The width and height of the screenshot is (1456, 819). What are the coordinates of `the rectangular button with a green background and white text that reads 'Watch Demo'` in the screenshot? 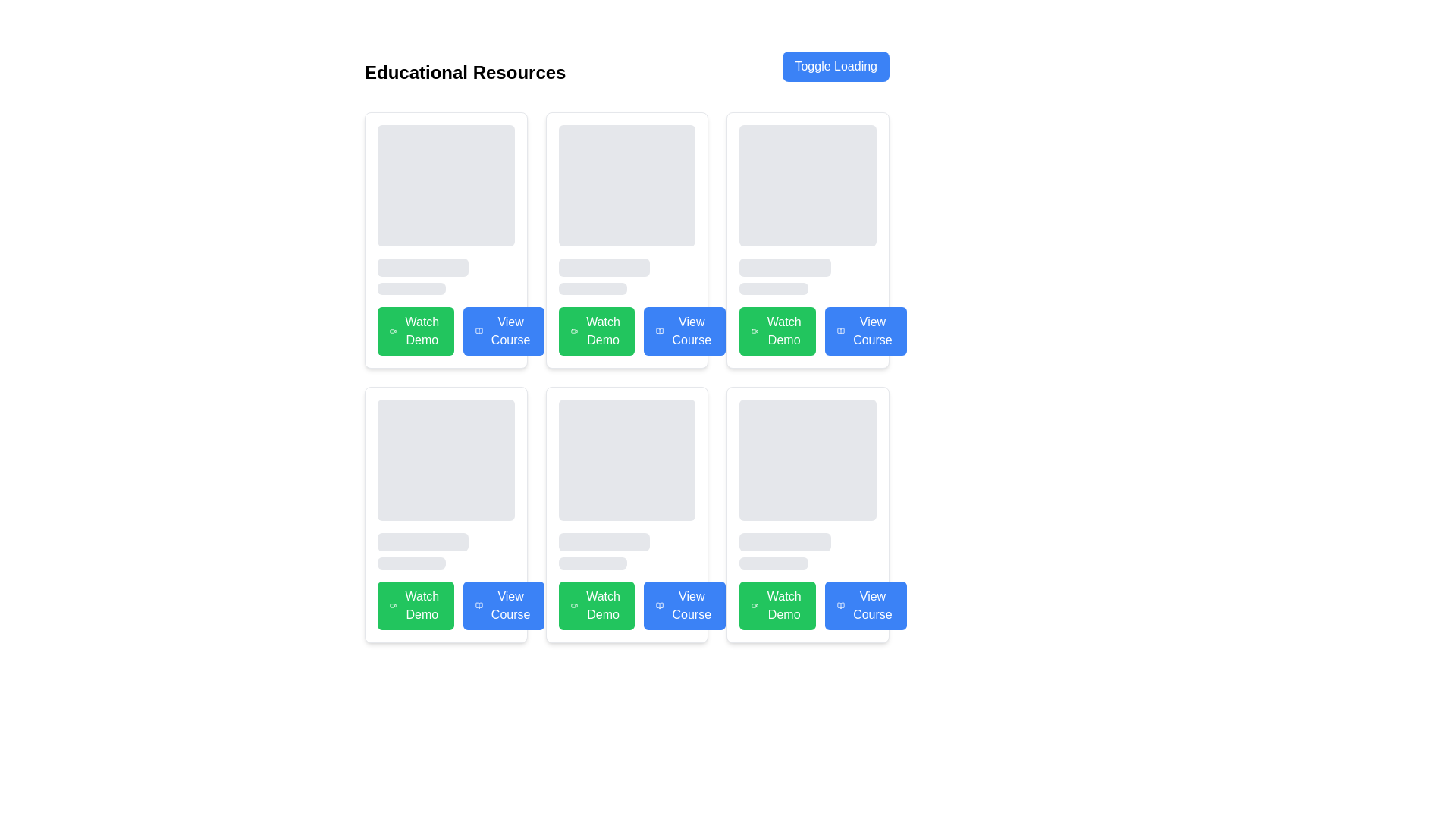 It's located at (777, 604).